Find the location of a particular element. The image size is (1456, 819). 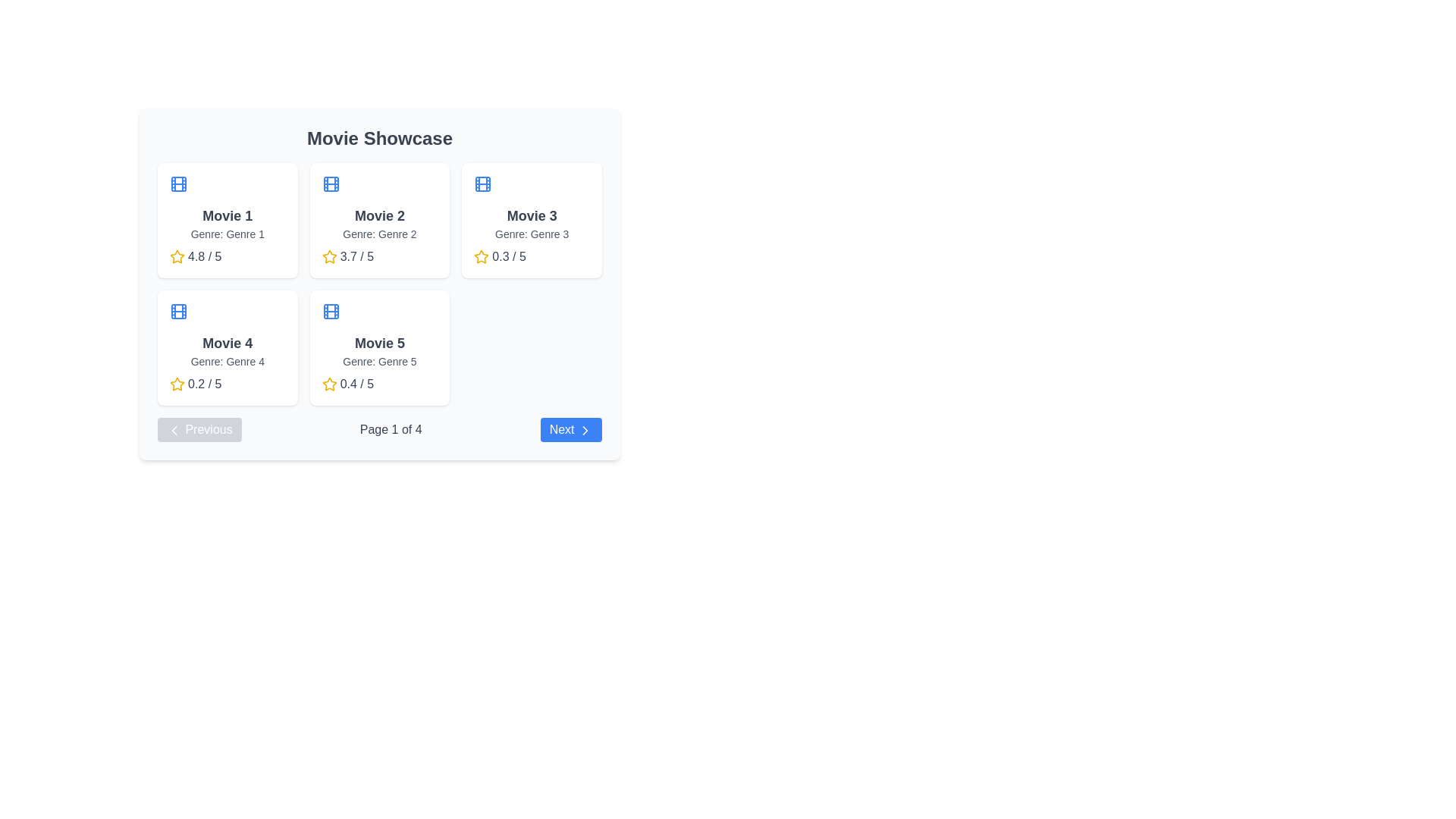

the text component displaying the title 'Movie 5' is located at coordinates (379, 343).